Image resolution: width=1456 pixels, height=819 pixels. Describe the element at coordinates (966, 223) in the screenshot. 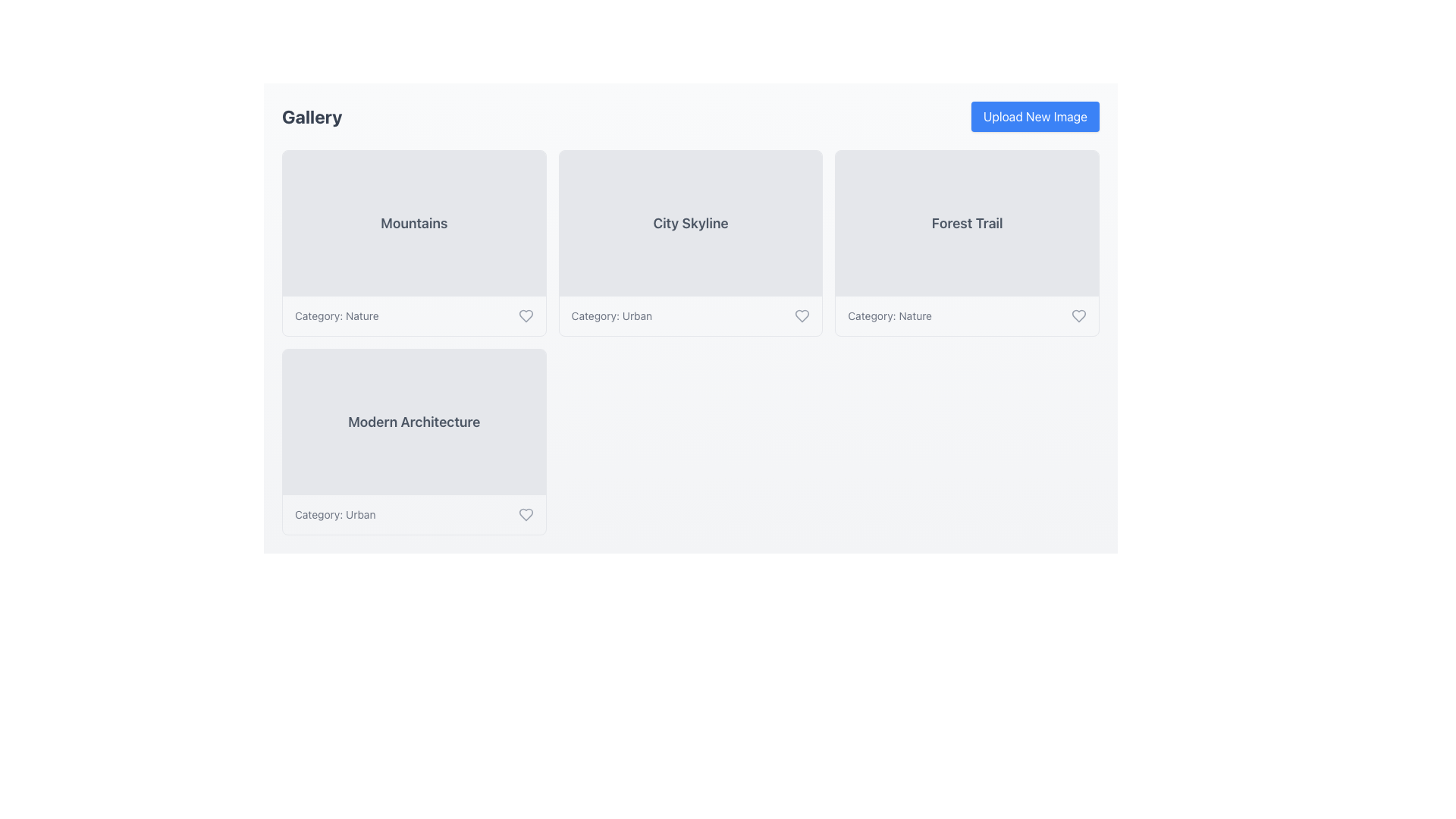

I see `the Static Label or Text Block titled 'Forest Trail', which serves as a category identifier in the interface` at that location.